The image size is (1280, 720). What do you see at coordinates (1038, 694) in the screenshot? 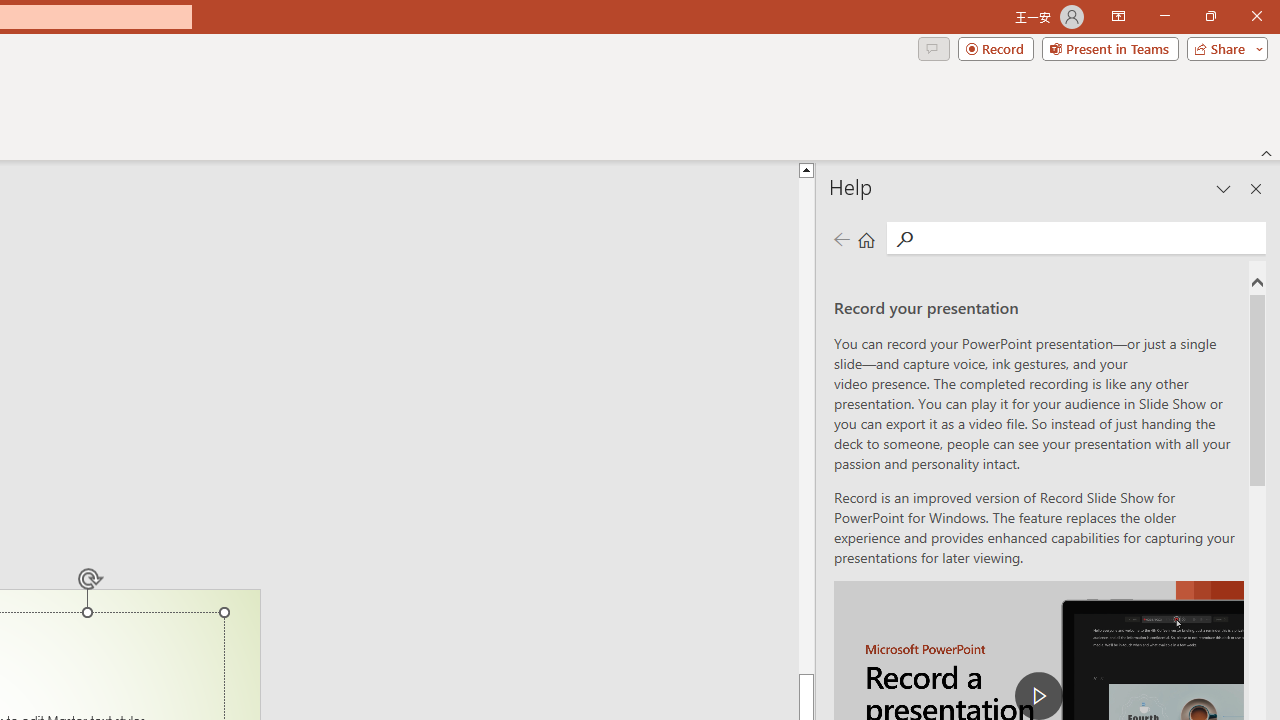
I see `'play Record a Presentation'` at bounding box center [1038, 694].